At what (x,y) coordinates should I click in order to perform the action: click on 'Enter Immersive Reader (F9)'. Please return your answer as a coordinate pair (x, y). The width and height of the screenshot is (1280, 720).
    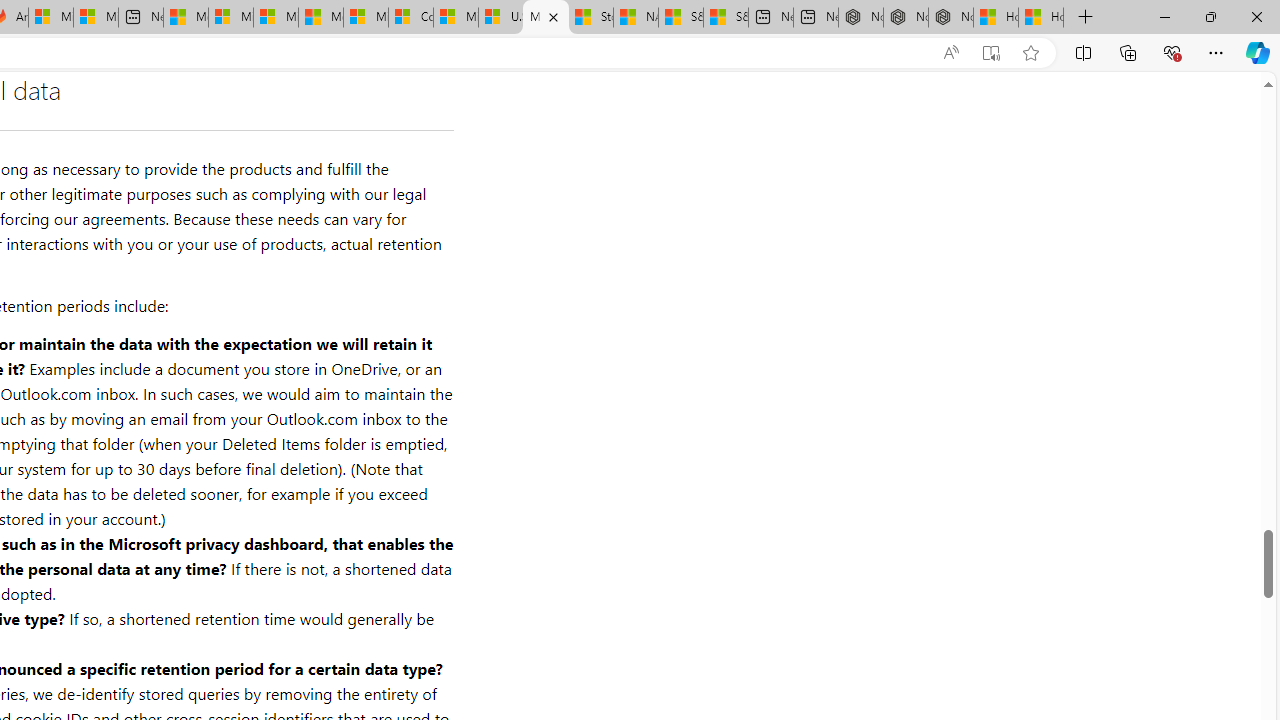
    Looking at the image, I should click on (991, 52).